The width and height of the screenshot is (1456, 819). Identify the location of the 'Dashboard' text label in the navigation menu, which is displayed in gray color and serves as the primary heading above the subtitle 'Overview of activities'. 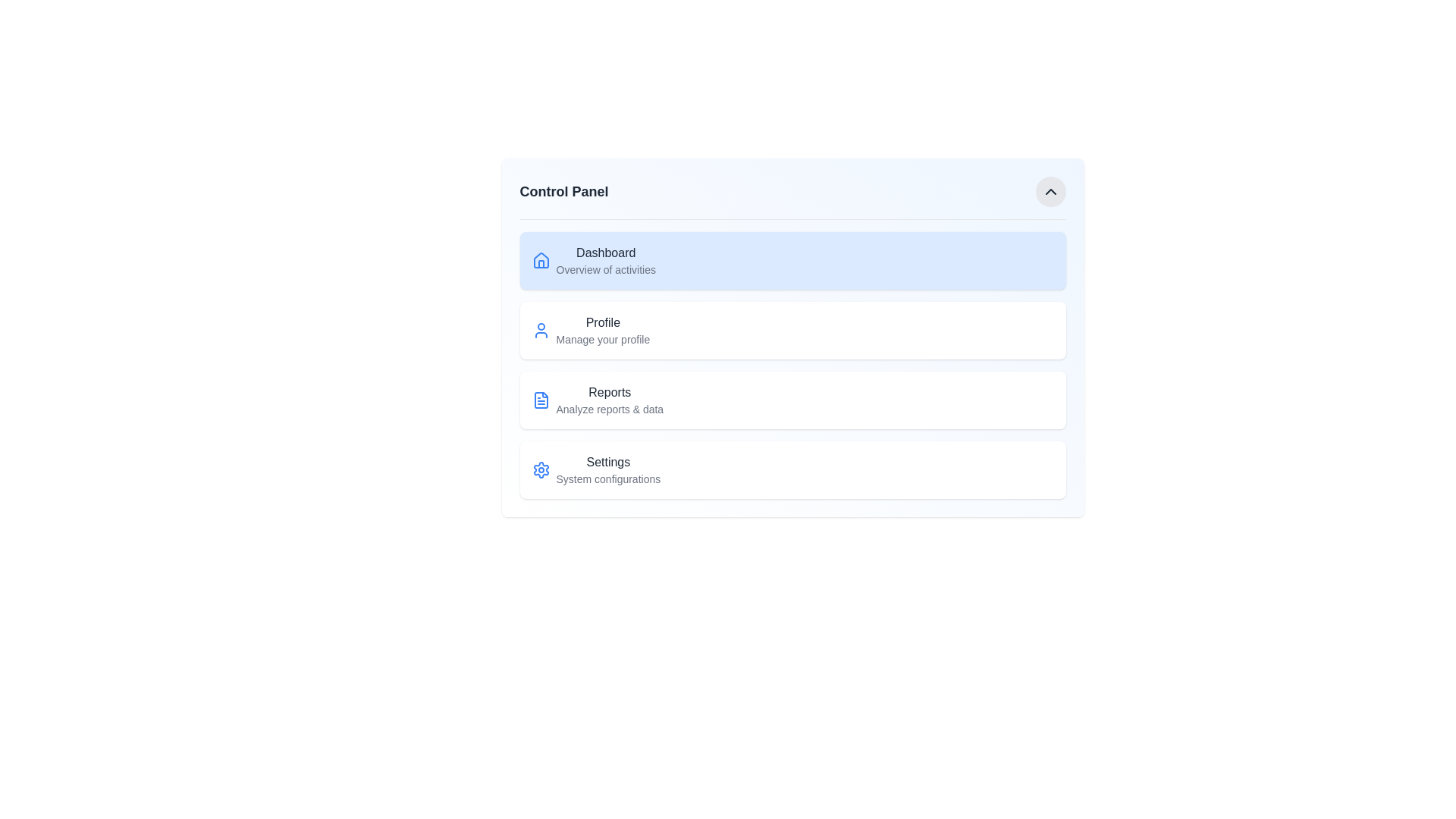
(605, 253).